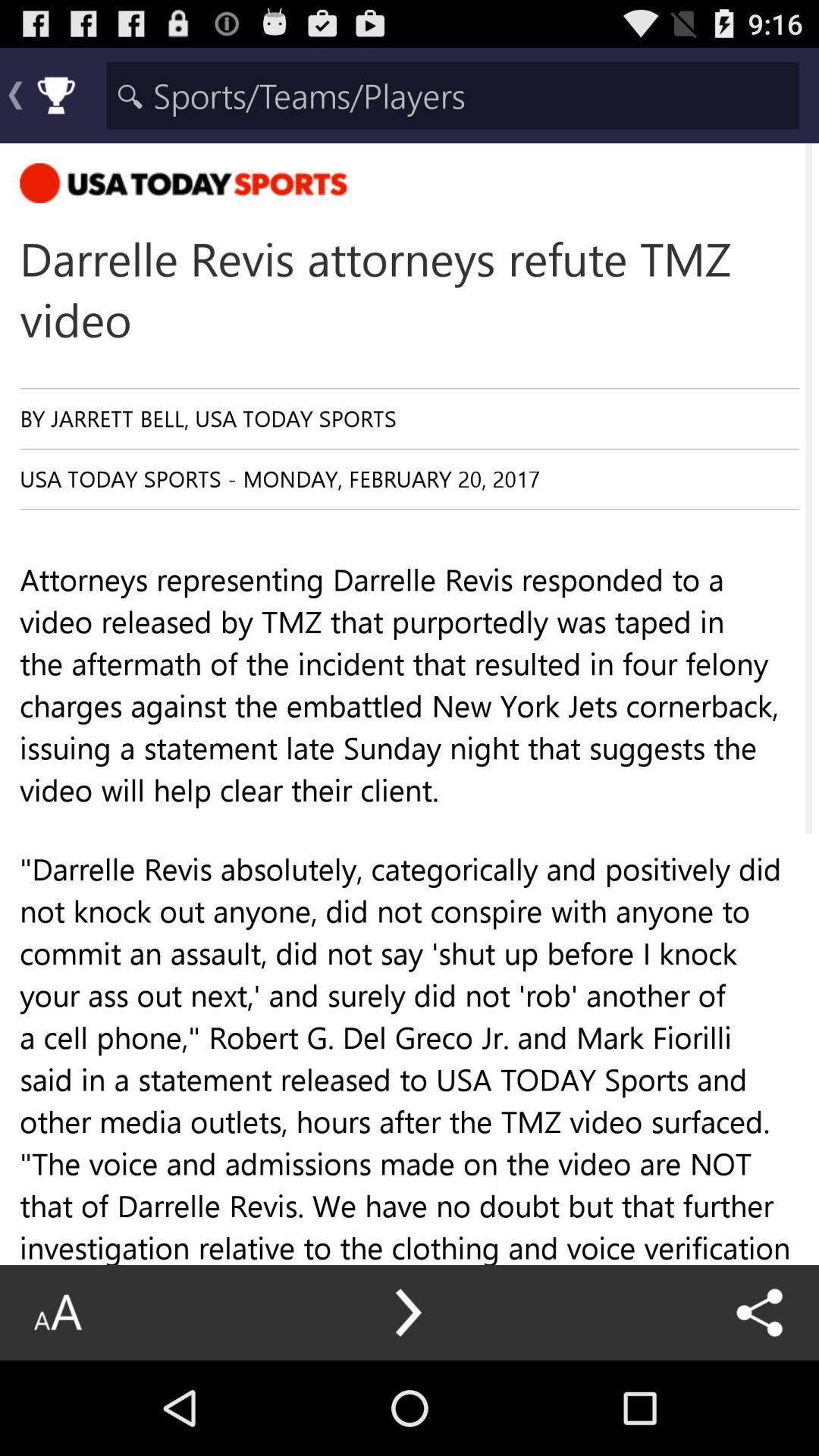  What do you see at coordinates (760, 1312) in the screenshot?
I see `item at the bottom right corner` at bounding box center [760, 1312].